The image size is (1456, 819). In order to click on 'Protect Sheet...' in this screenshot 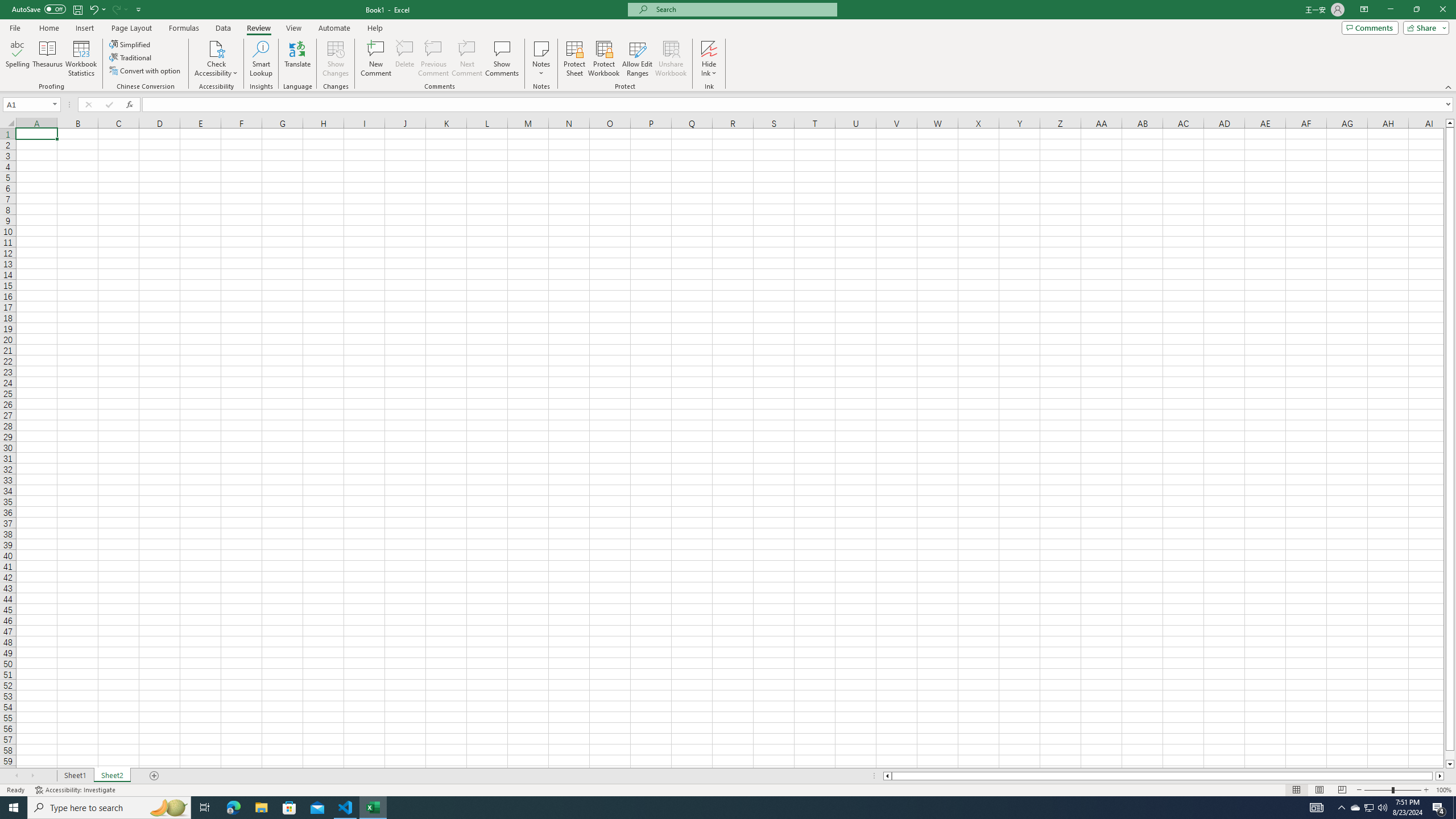, I will do `click(573, 59)`.